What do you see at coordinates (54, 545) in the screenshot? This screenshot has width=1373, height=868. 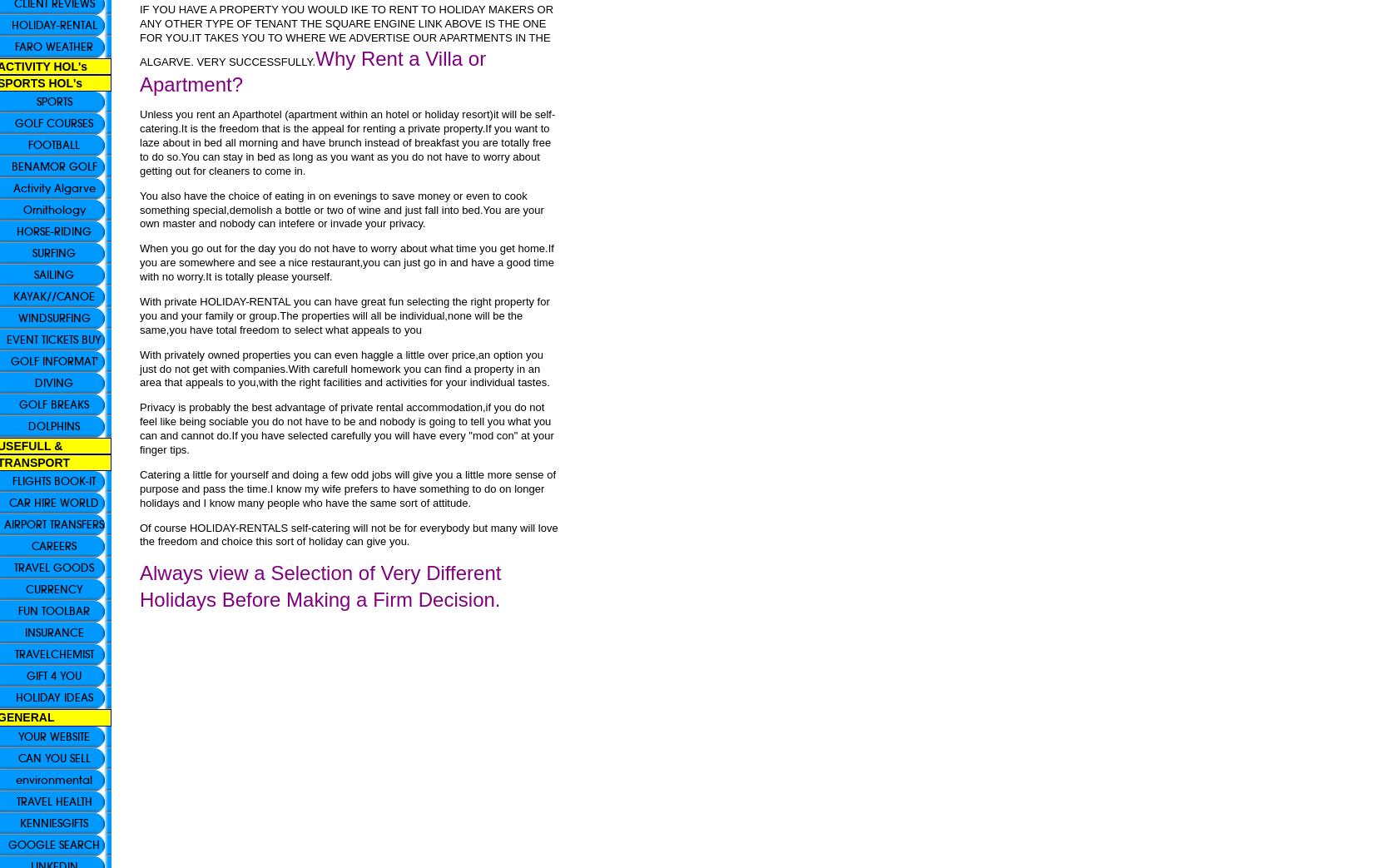 I see `'CAREERS'` at bounding box center [54, 545].